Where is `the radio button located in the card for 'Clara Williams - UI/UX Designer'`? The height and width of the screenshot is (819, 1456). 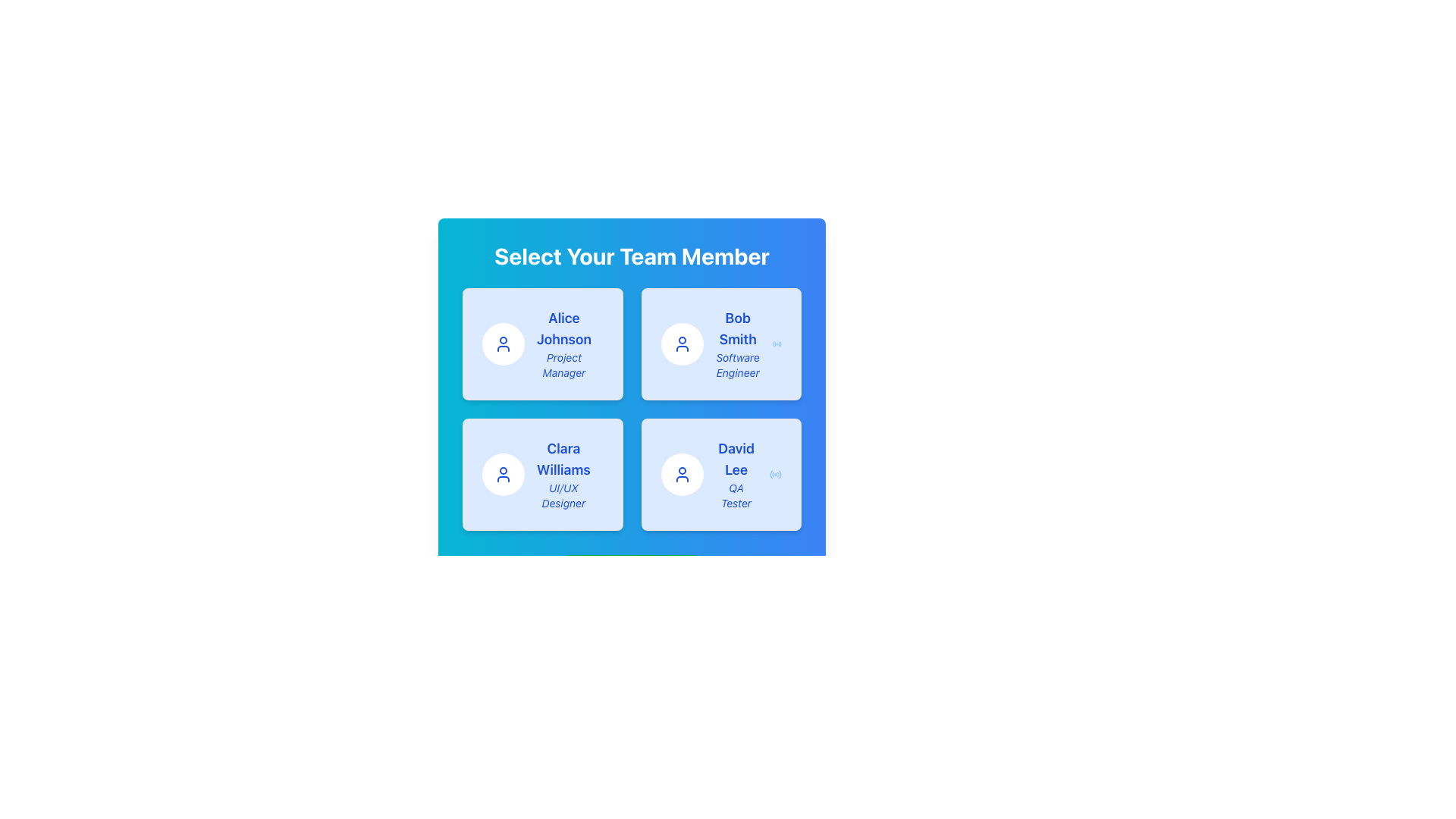
the radio button located in the card for 'Clara Williams - UI/UX Designer' is located at coordinates (602, 473).